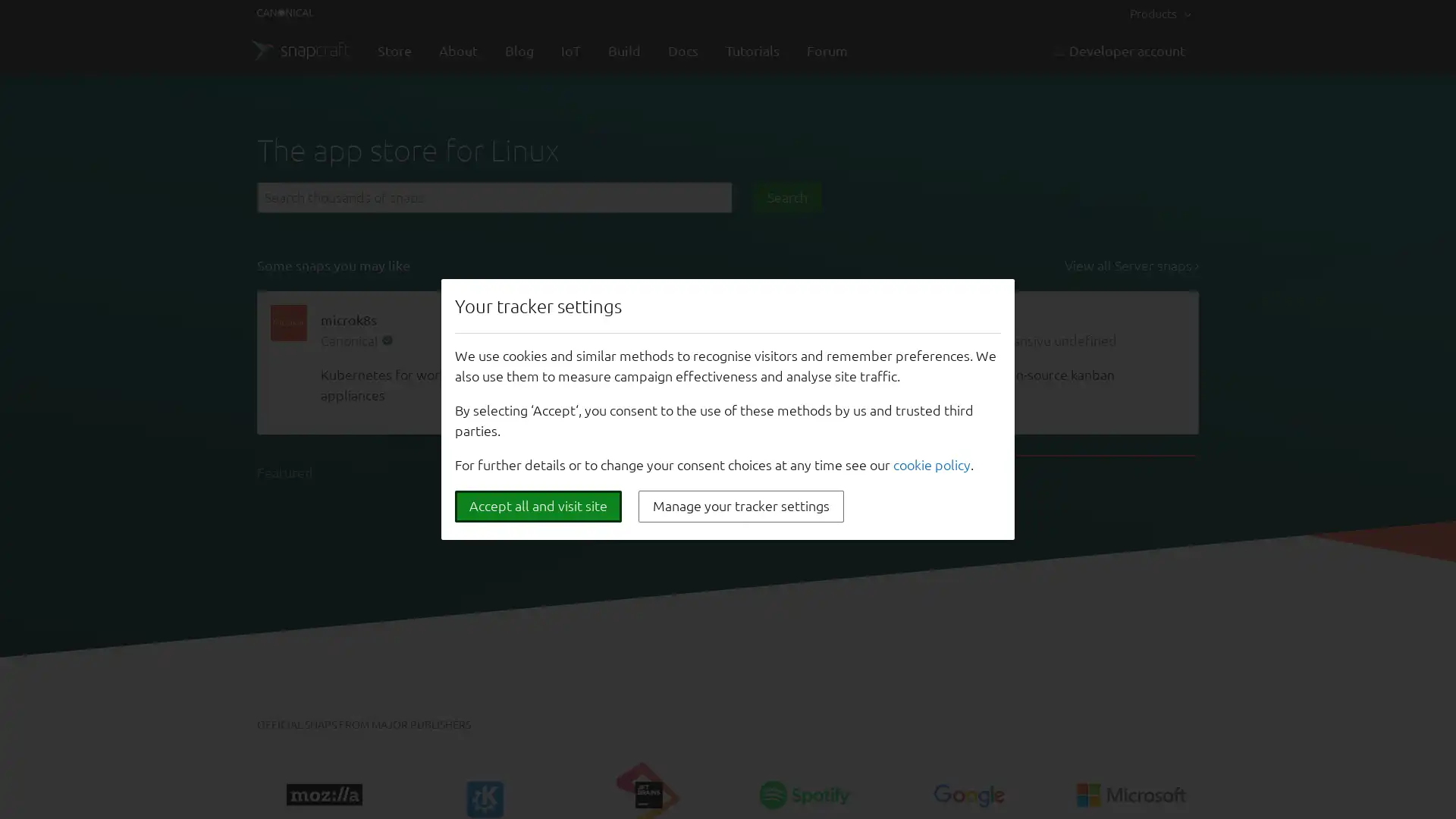 This screenshot has width=1456, height=819. What do you see at coordinates (741, 506) in the screenshot?
I see `Manage your tracker settings` at bounding box center [741, 506].